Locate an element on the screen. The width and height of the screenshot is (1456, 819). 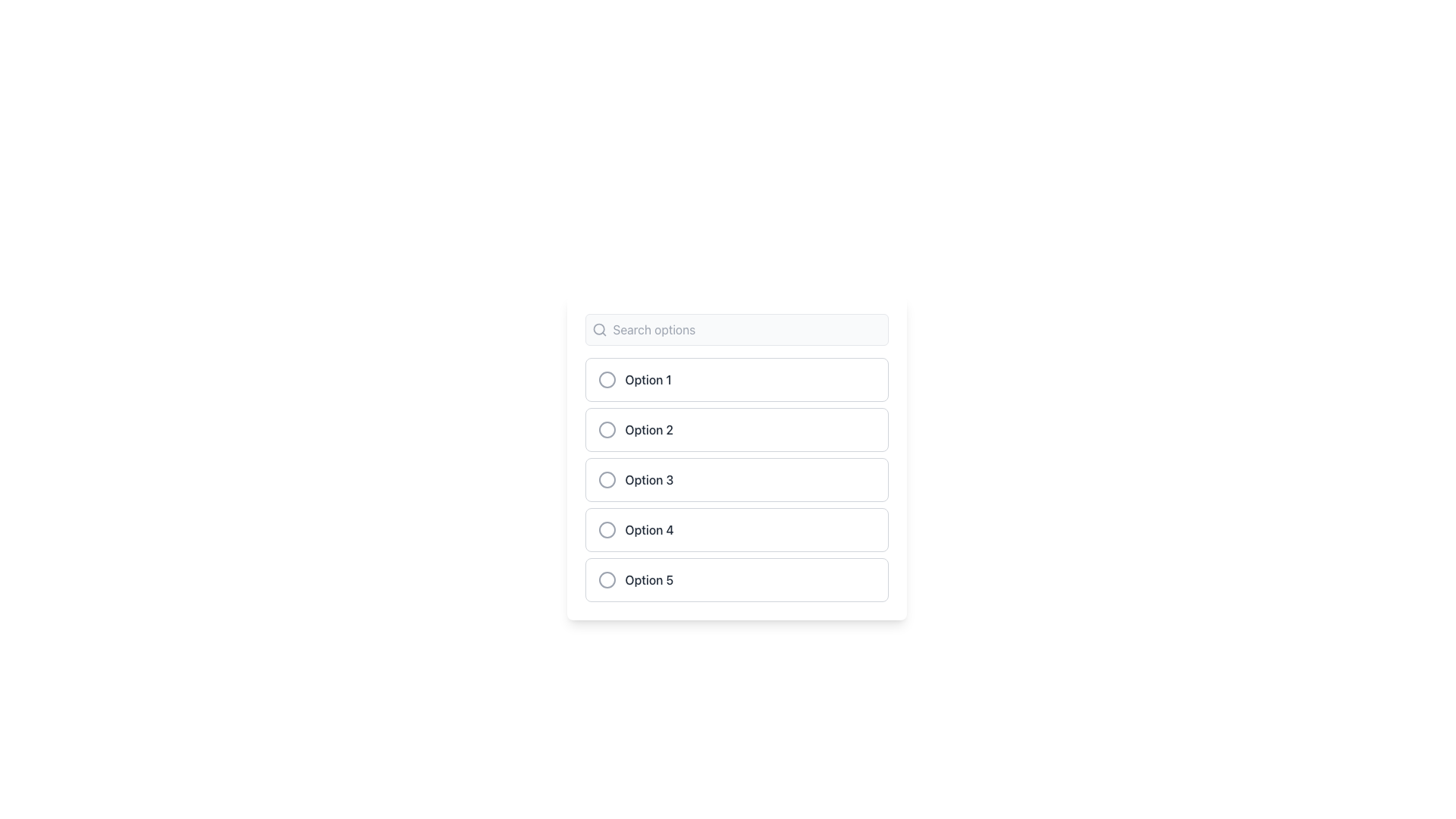
the radio button labeled 'Option 3' is located at coordinates (736, 479).